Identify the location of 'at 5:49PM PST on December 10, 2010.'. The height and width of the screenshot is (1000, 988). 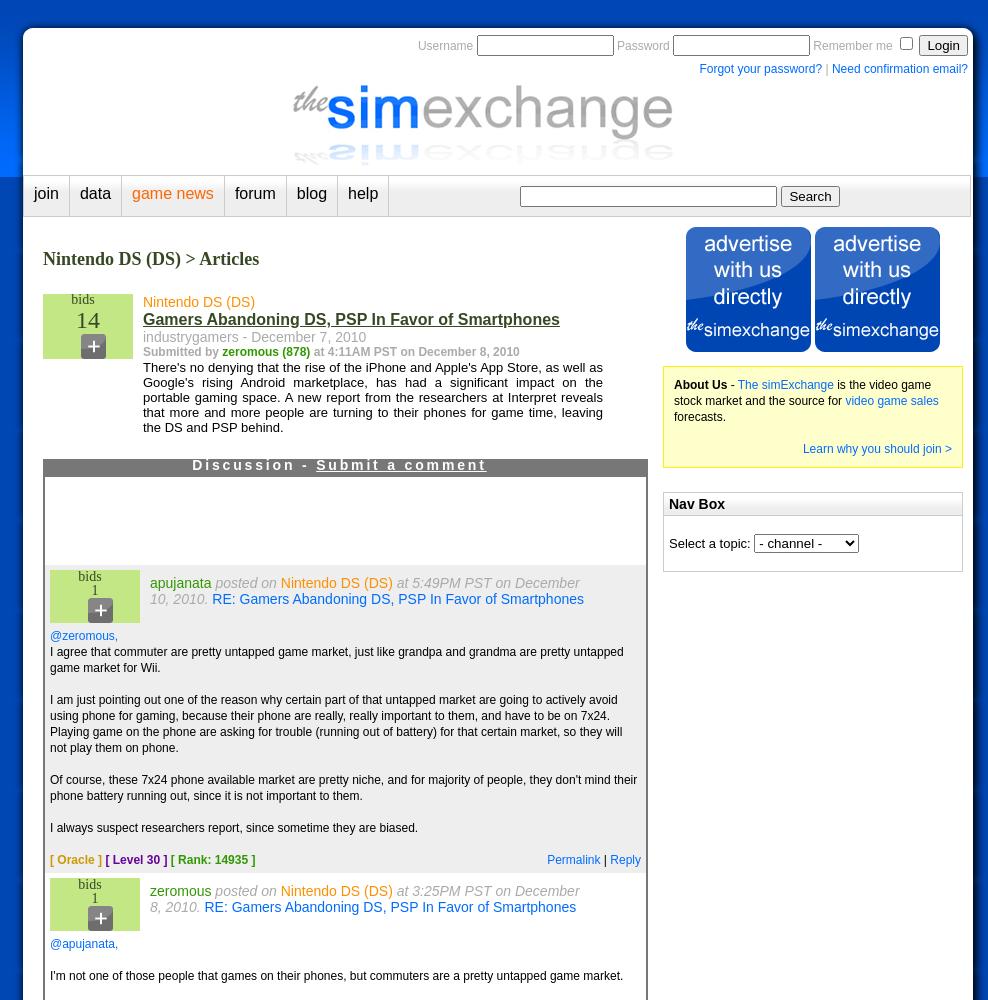
(364, 590).